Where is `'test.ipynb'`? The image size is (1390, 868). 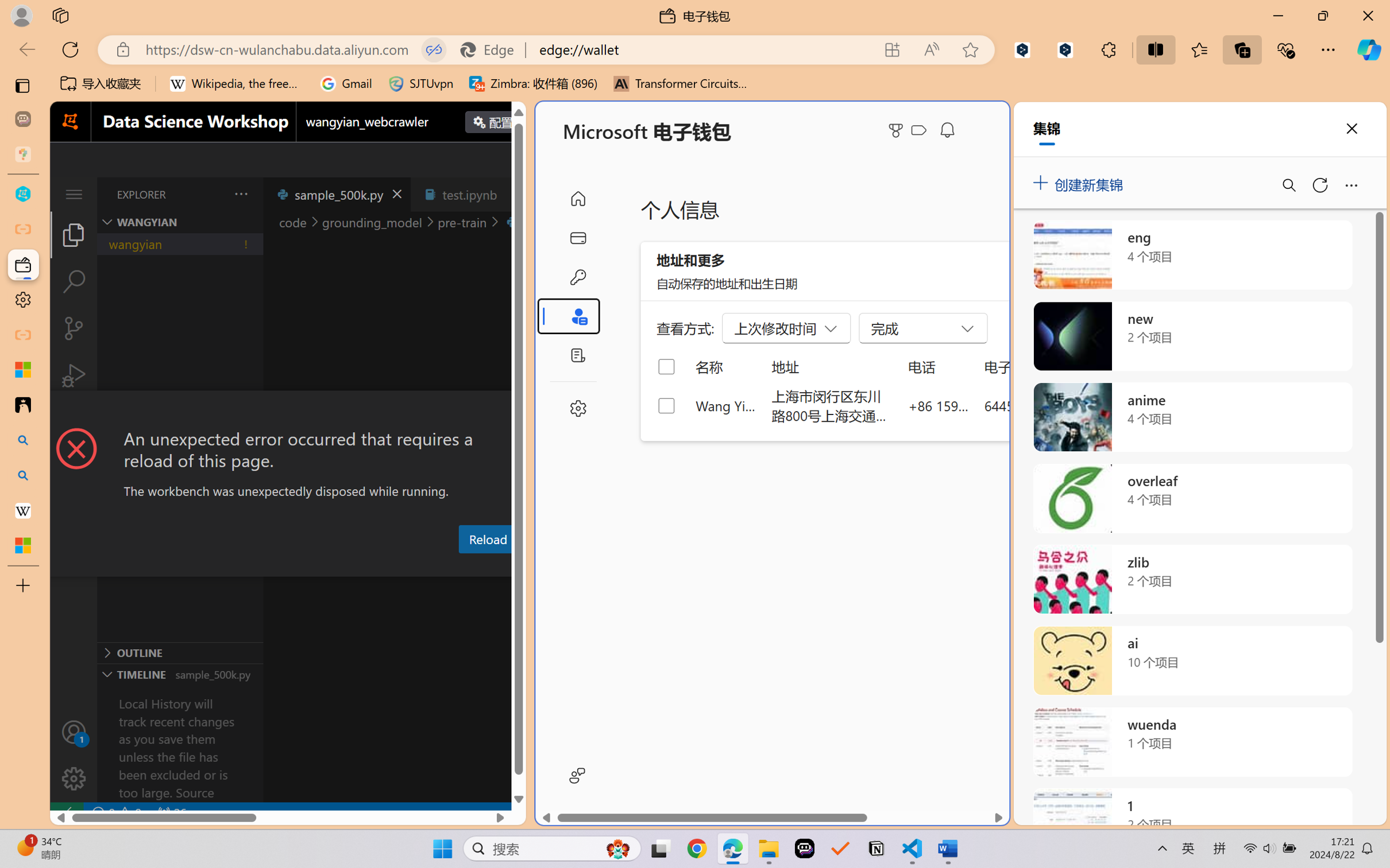
'test.ipynb' is located at coordinates (469, 193).